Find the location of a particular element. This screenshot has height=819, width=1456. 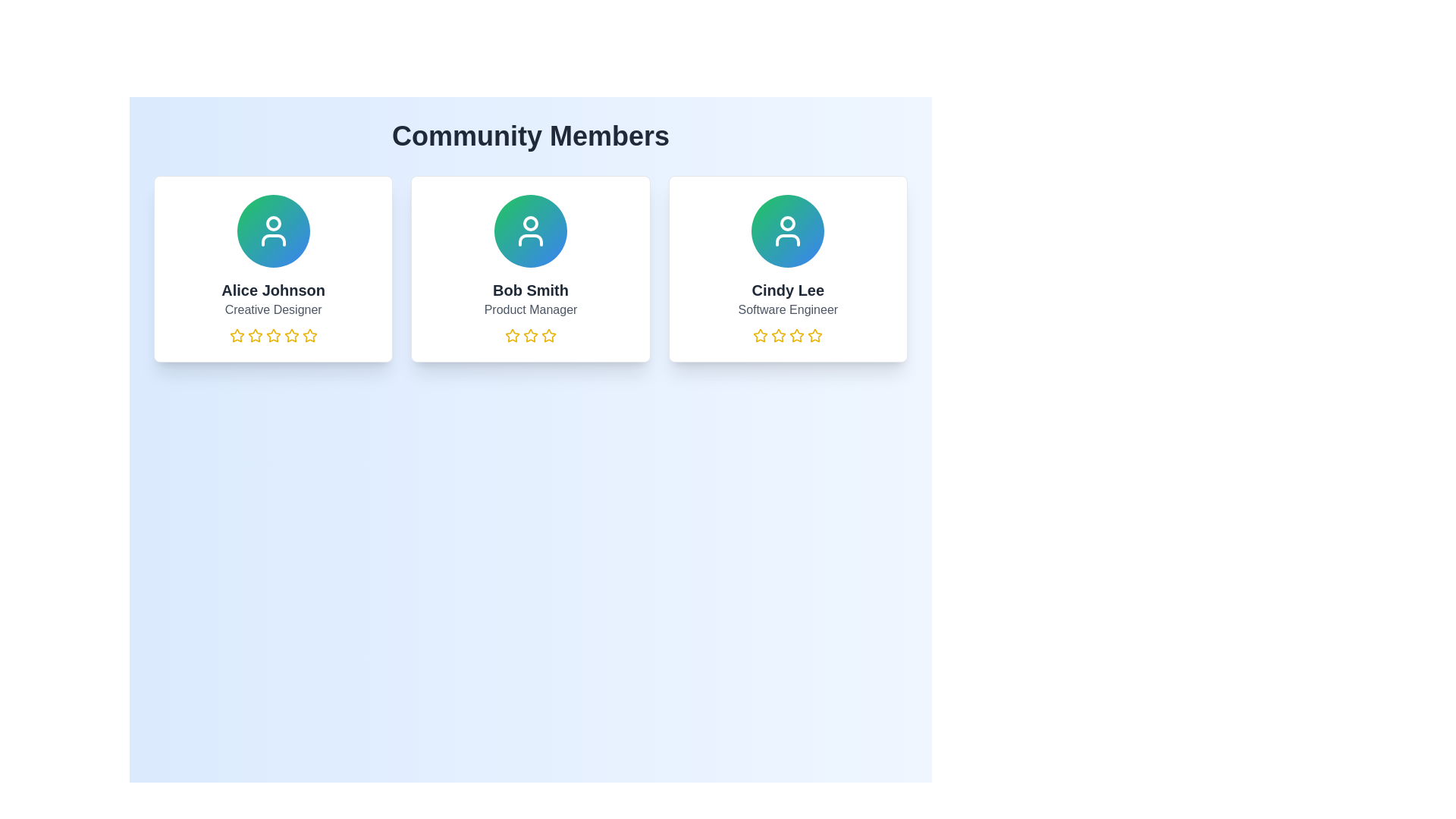

the lower portion of the user icon represented by a semicircle or arc in the SVG located at the top-center of the card for 'Bob Smith' is located at coordinates (531, 239).